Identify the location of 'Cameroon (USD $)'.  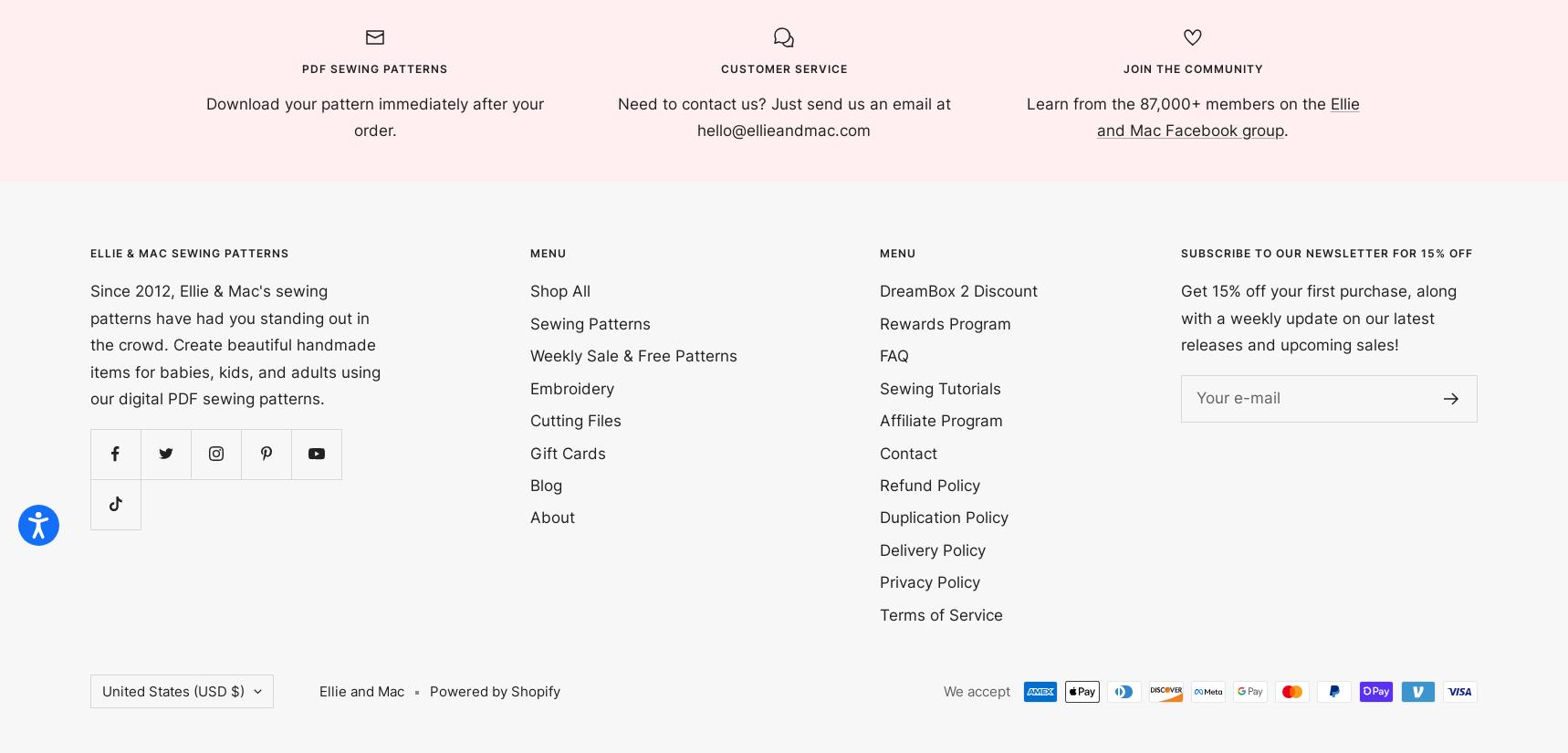
(164, 235).